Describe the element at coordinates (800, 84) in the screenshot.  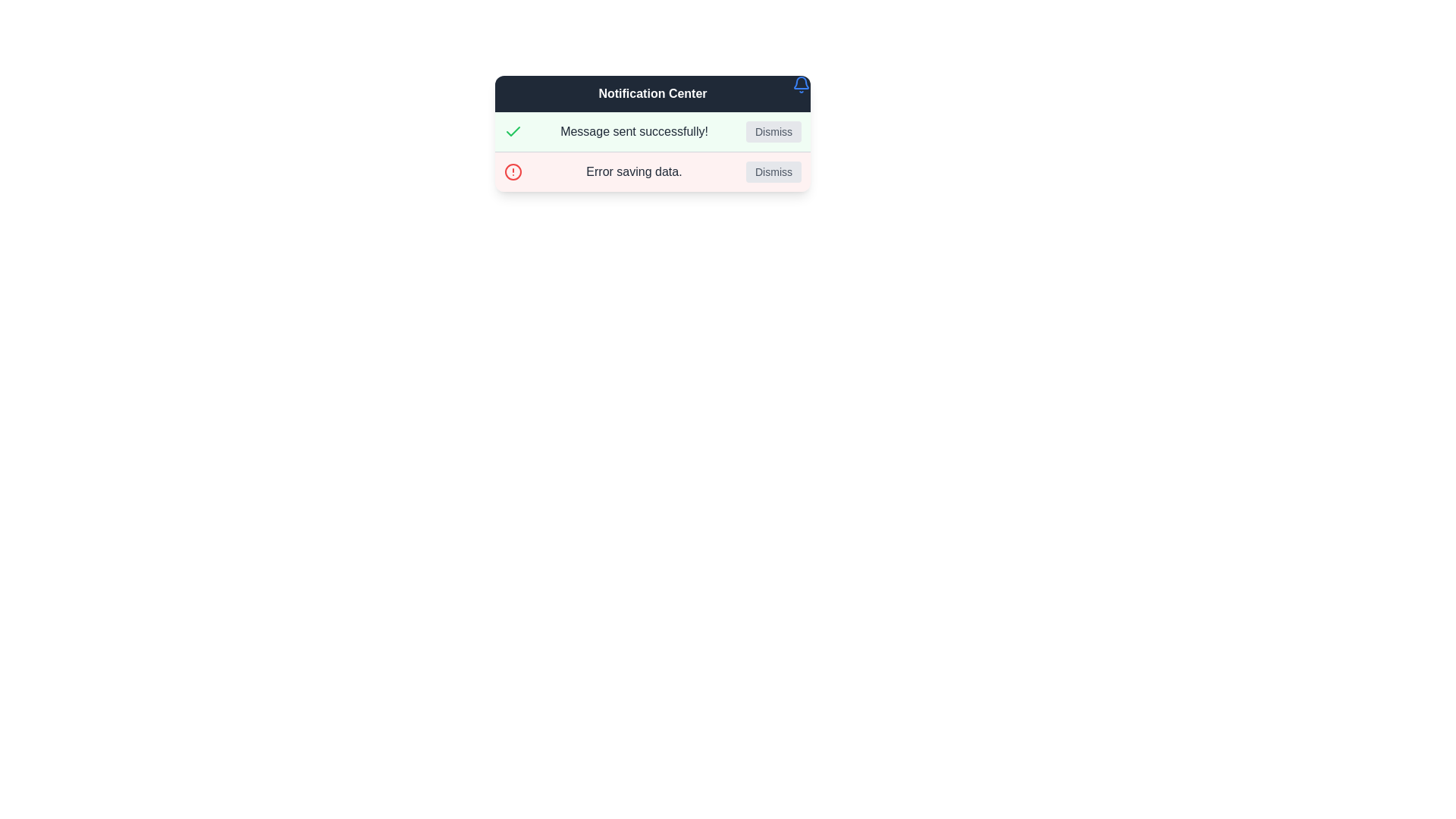
I see `the bell icon with a blue outline located at the upper-right corner of the header bar` at that location.